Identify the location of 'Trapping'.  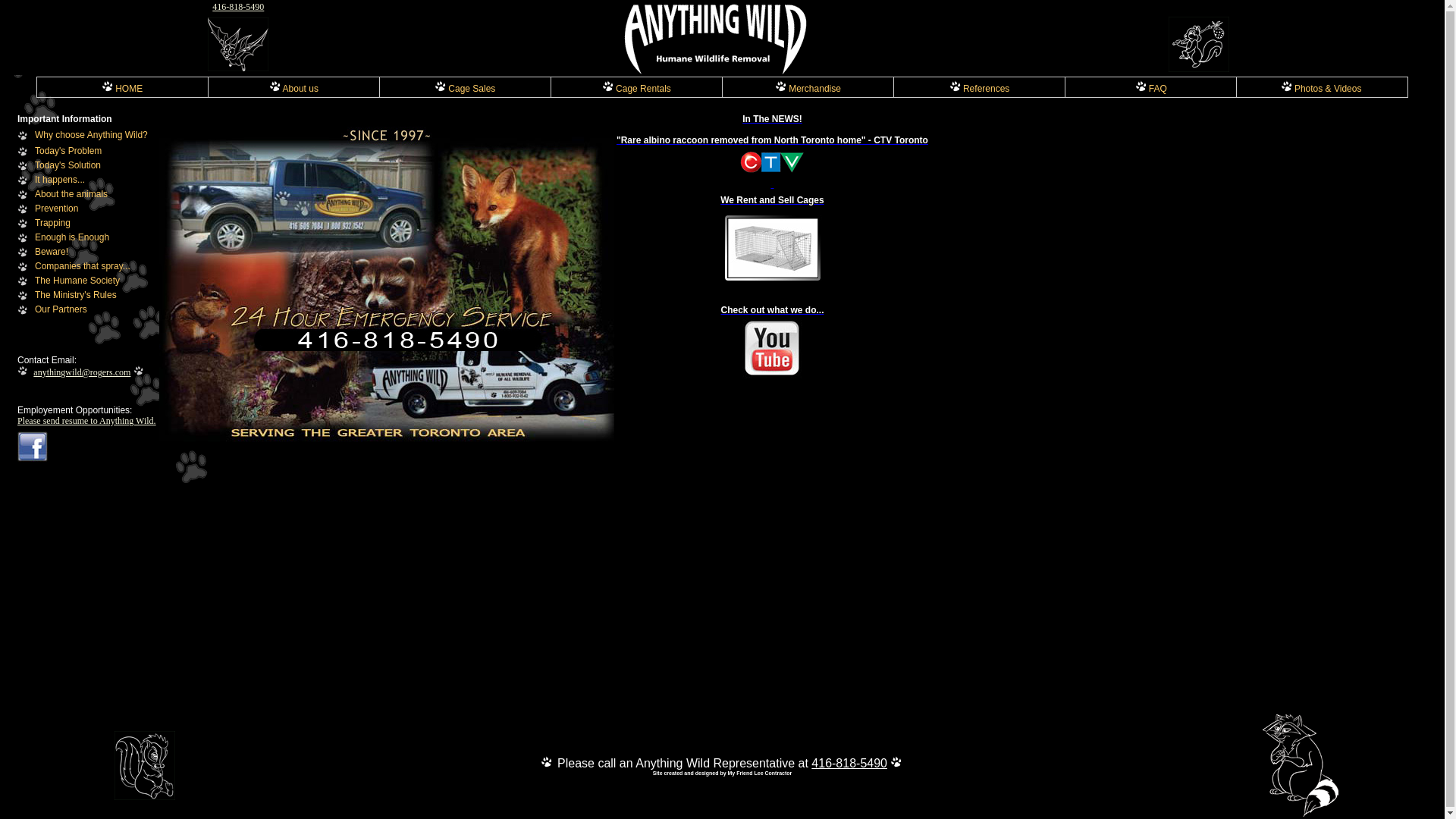
(52, 222).